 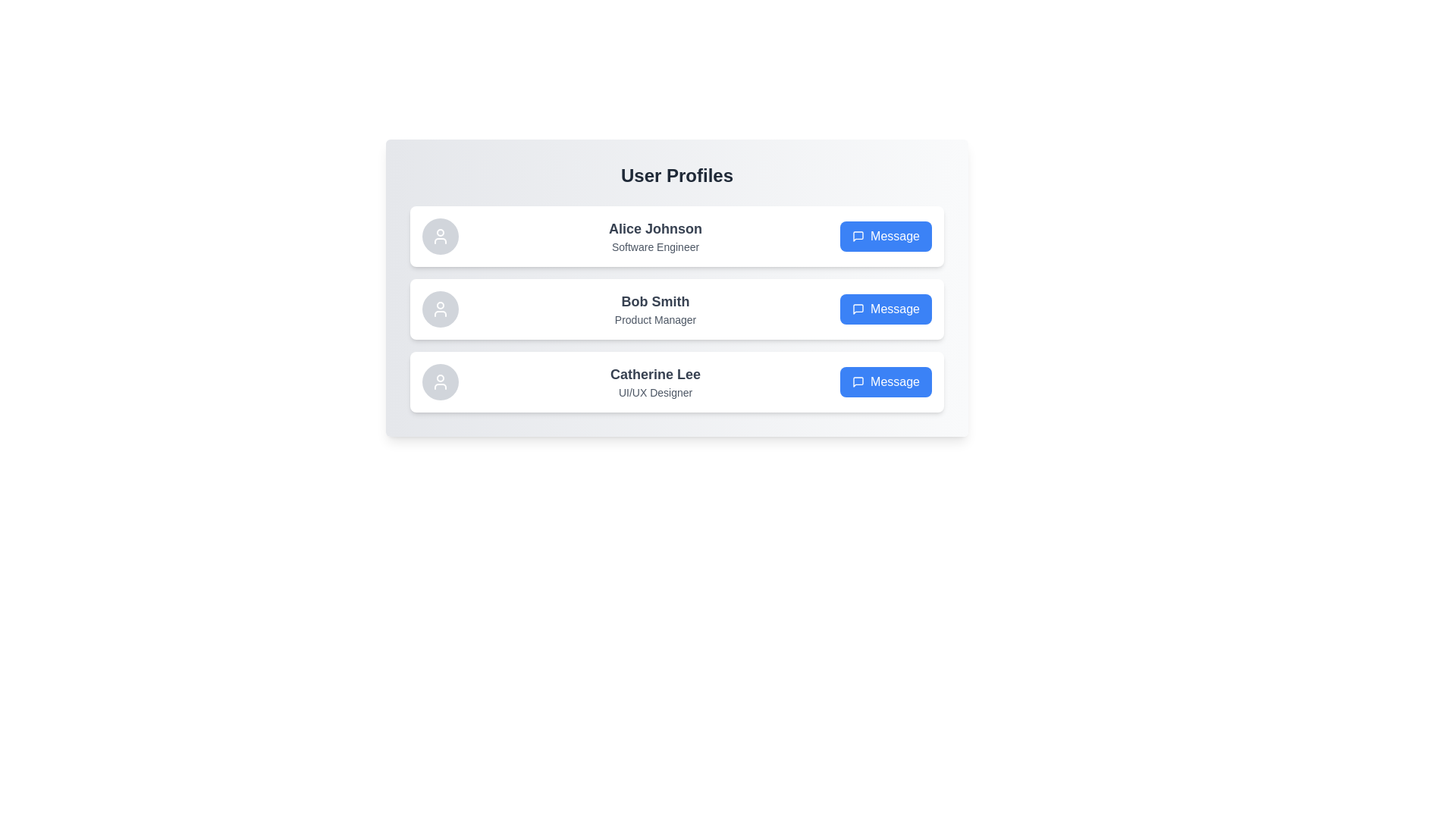 I want to click on the user profile of Catherine Lee, so click(x=676, y=381).